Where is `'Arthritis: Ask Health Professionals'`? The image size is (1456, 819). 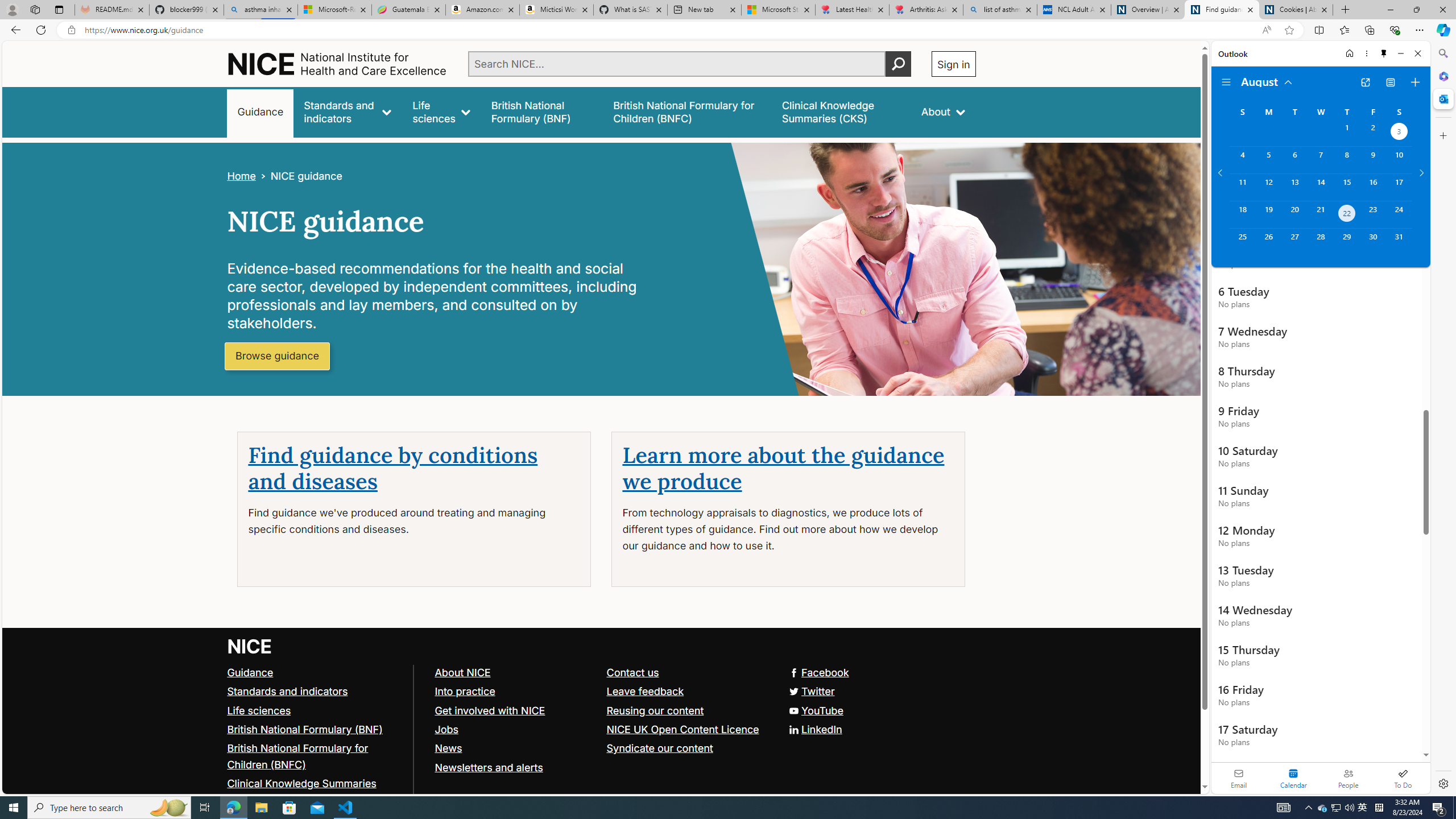
'Arthritis: Ask Health Professionals' is located at coordinates (925, 9).